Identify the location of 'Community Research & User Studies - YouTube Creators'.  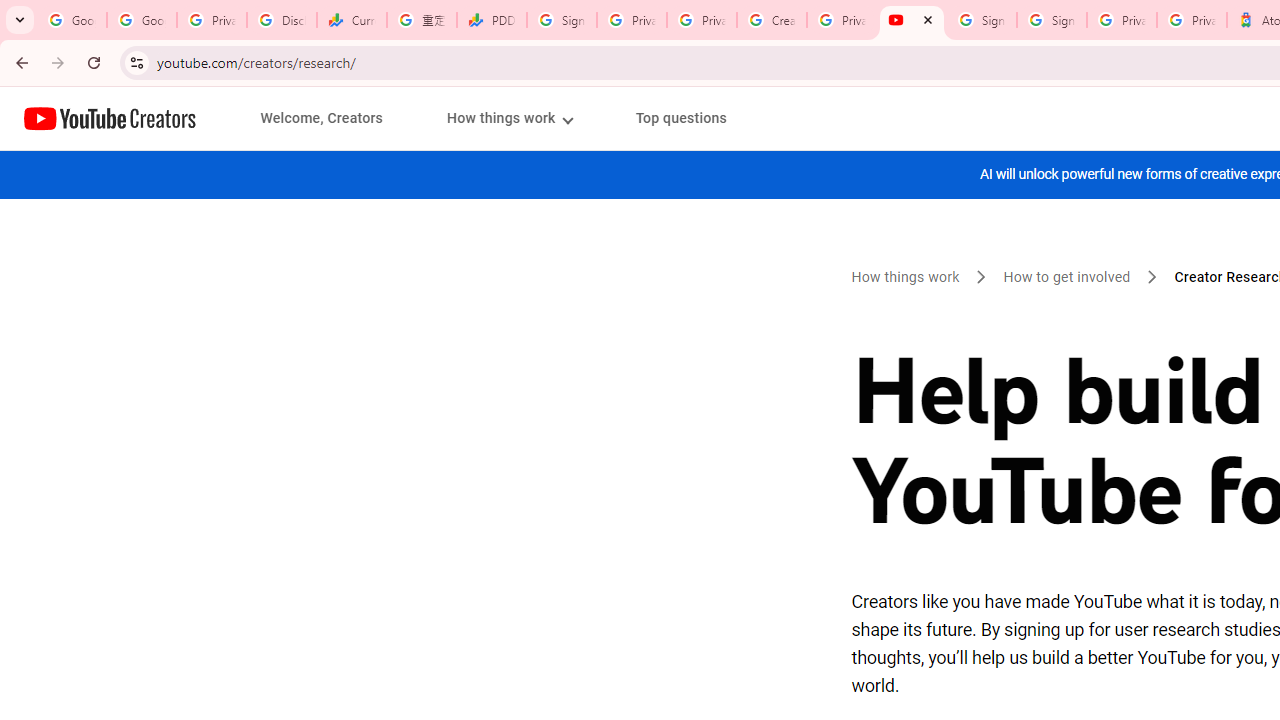
(911, 20).